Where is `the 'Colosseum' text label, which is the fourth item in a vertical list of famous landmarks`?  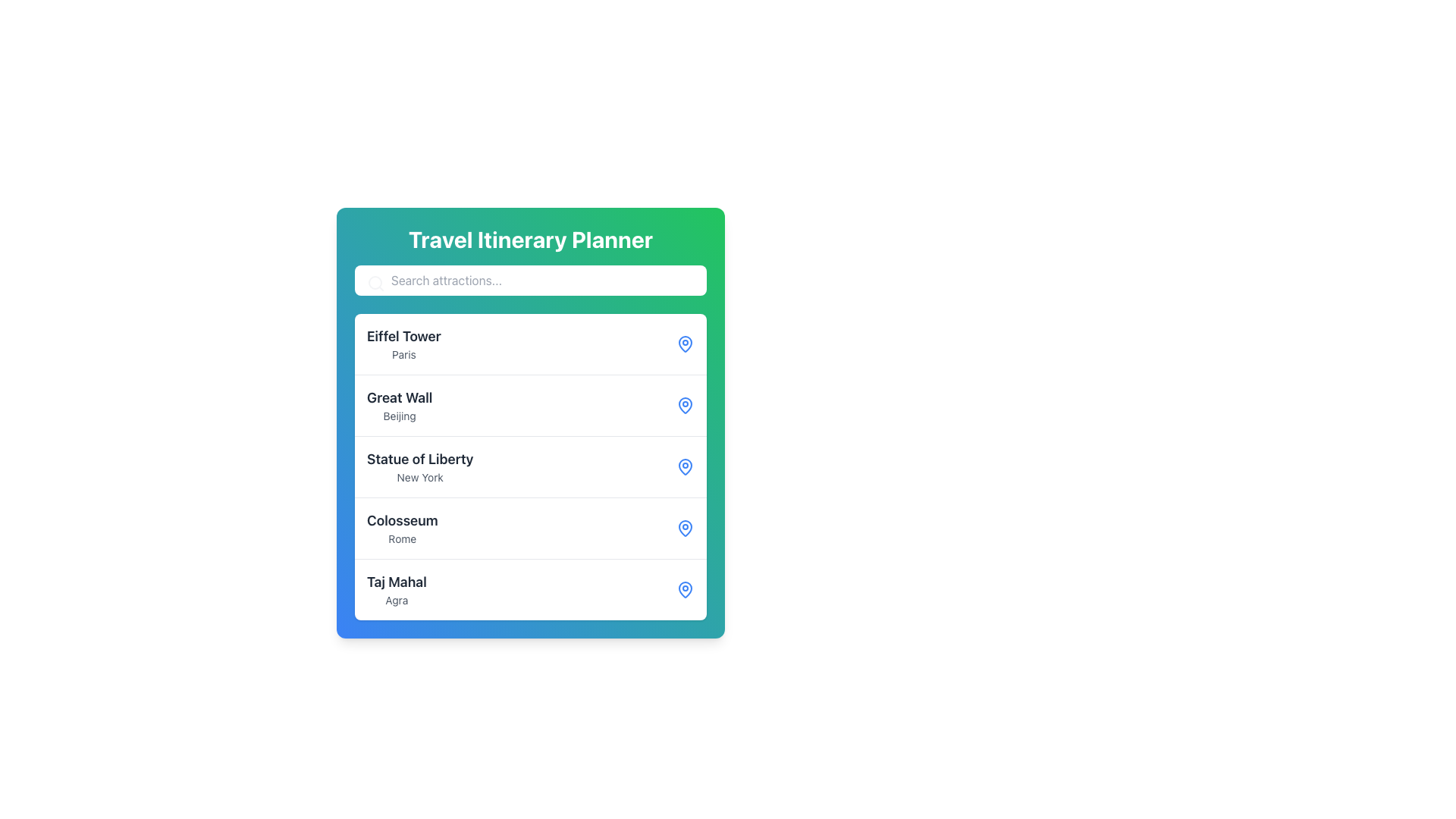
the 'Colosseum' text label, which is the fourth item in a vertical list of famous landmarks is located at coordinates (402, 528).